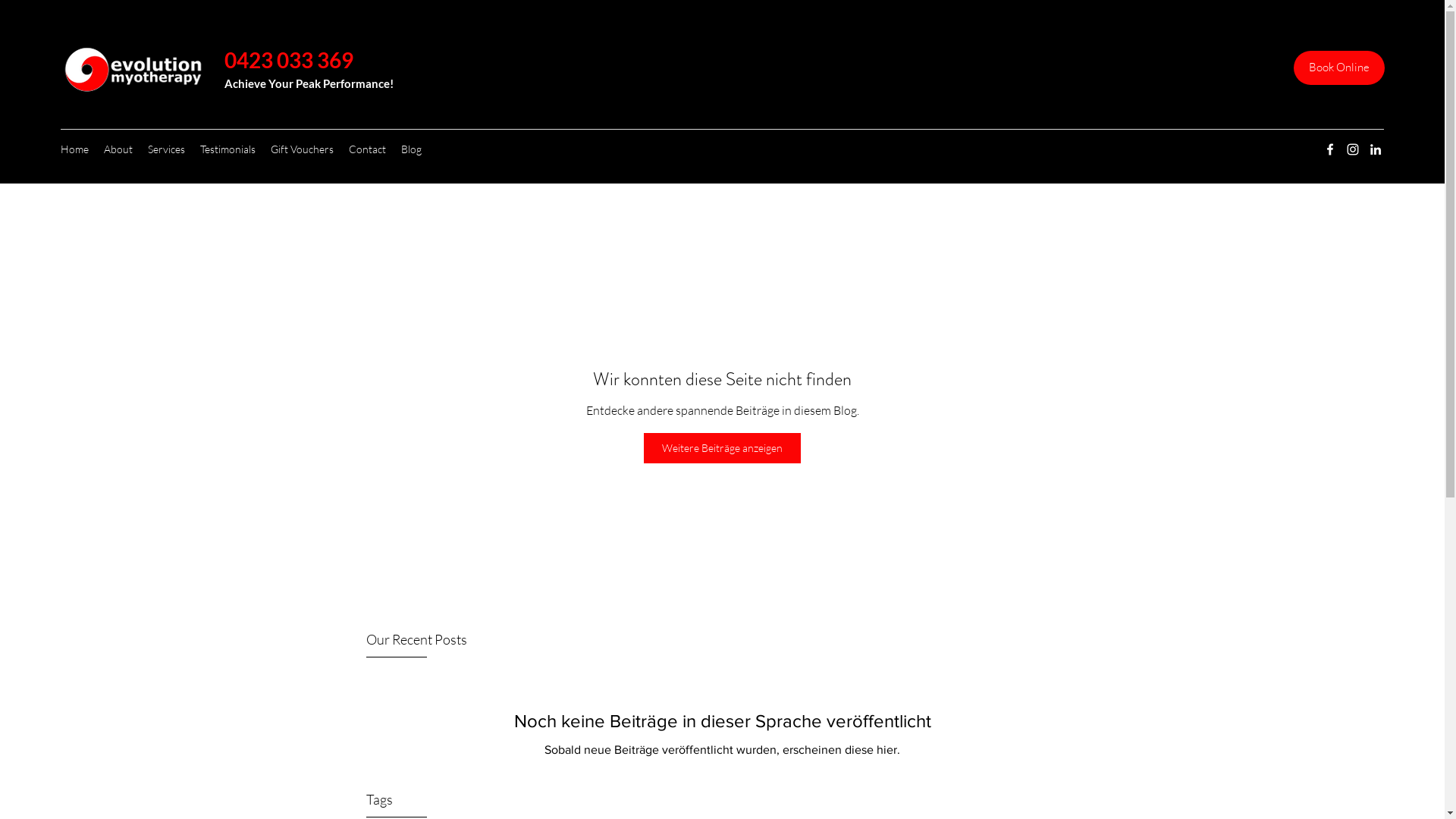  I want to click on 'Book Online', so click(1339, 67).